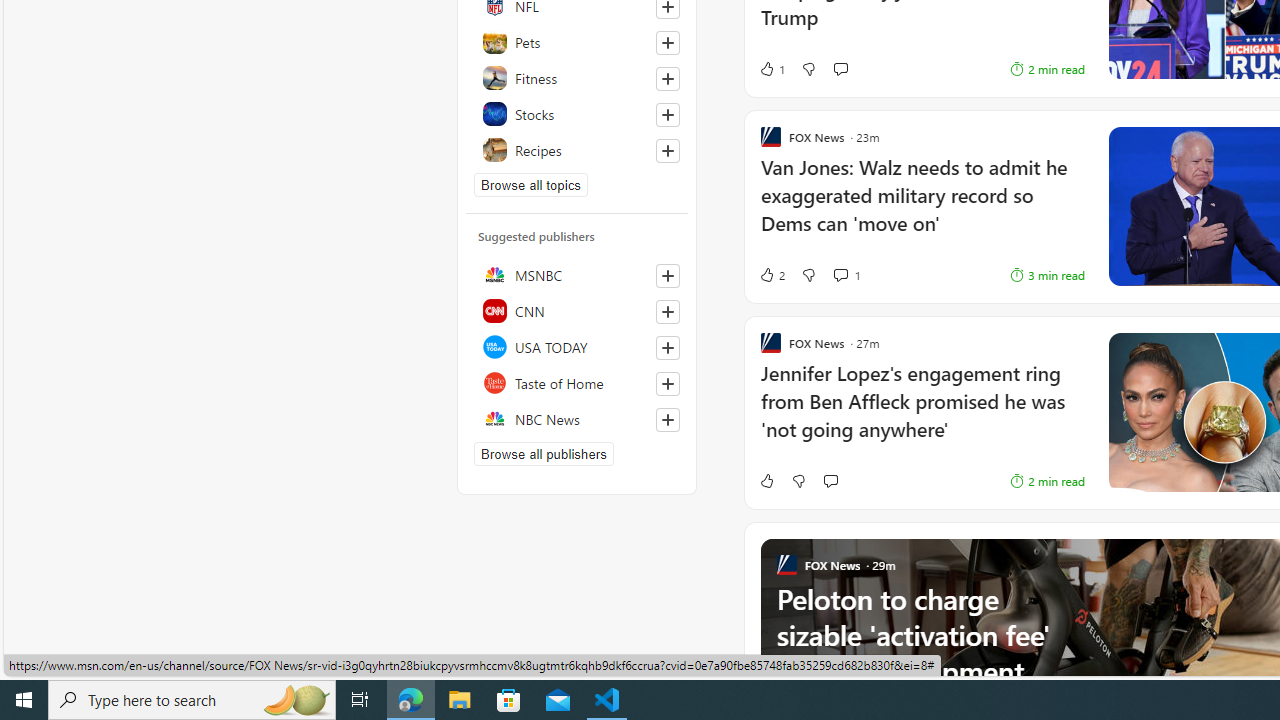 Image resolution: width=1280 pixels, height=720 pixels. Describe the element at coordinates (576, 275) in the screenshot. I see `'MSNBC'` at that location.